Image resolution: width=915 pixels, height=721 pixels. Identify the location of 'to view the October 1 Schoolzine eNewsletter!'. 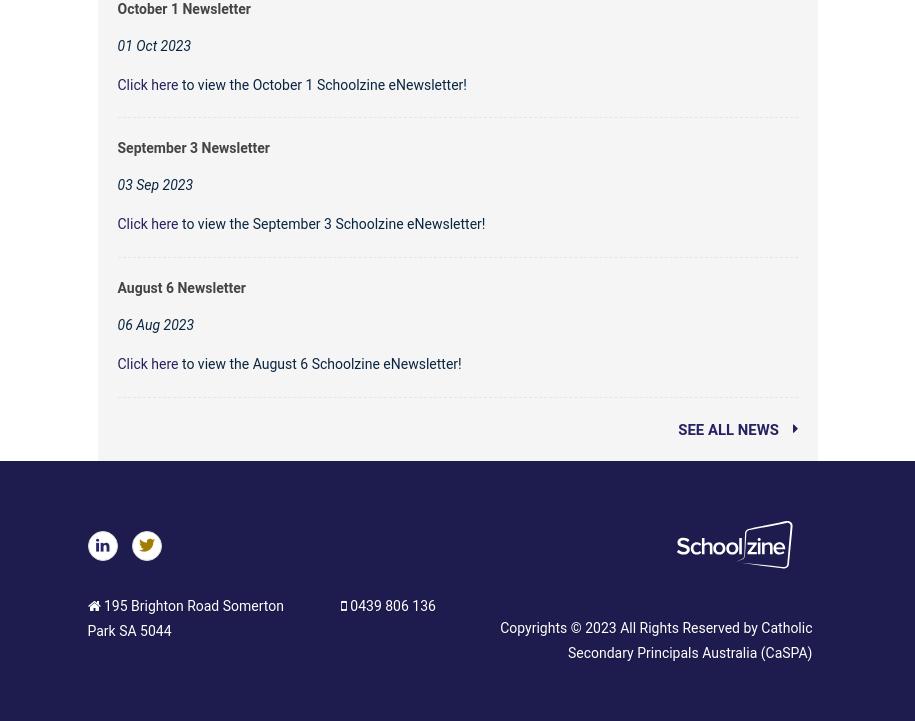
(321, 82).